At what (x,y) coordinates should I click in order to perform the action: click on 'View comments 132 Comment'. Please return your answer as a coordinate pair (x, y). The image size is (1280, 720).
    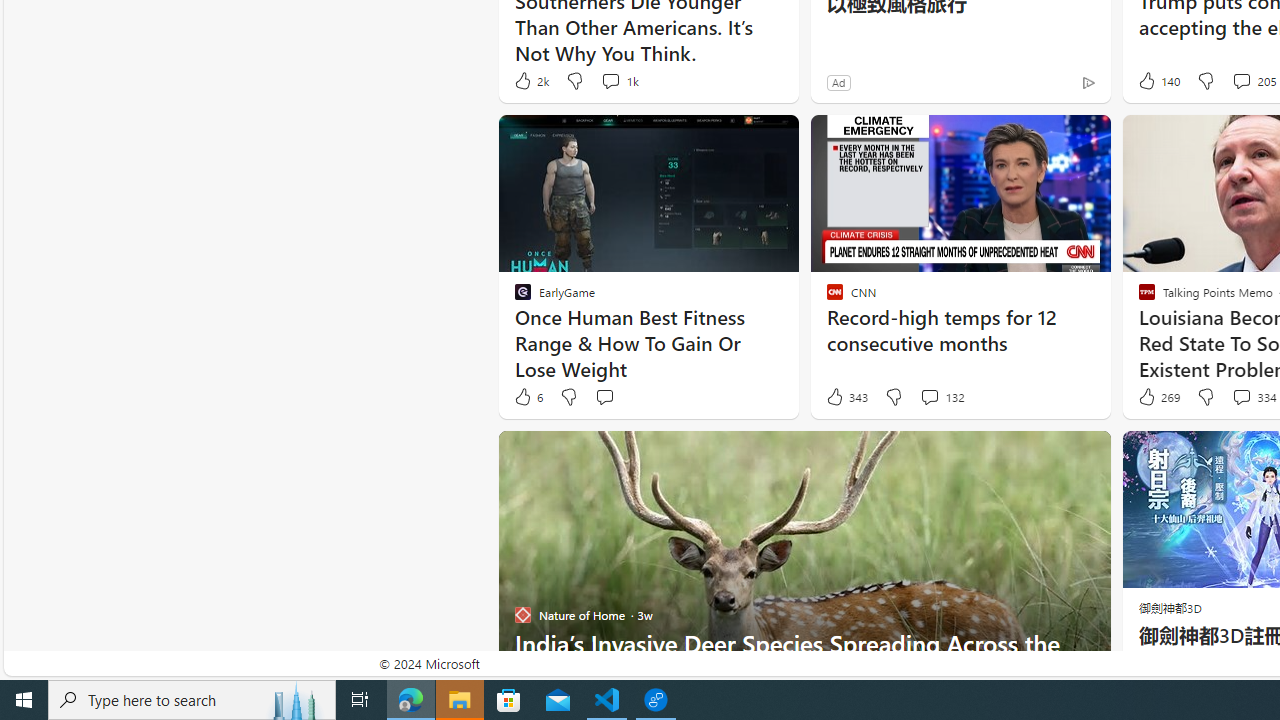
    Looking at the image, I should click on (941, 397).